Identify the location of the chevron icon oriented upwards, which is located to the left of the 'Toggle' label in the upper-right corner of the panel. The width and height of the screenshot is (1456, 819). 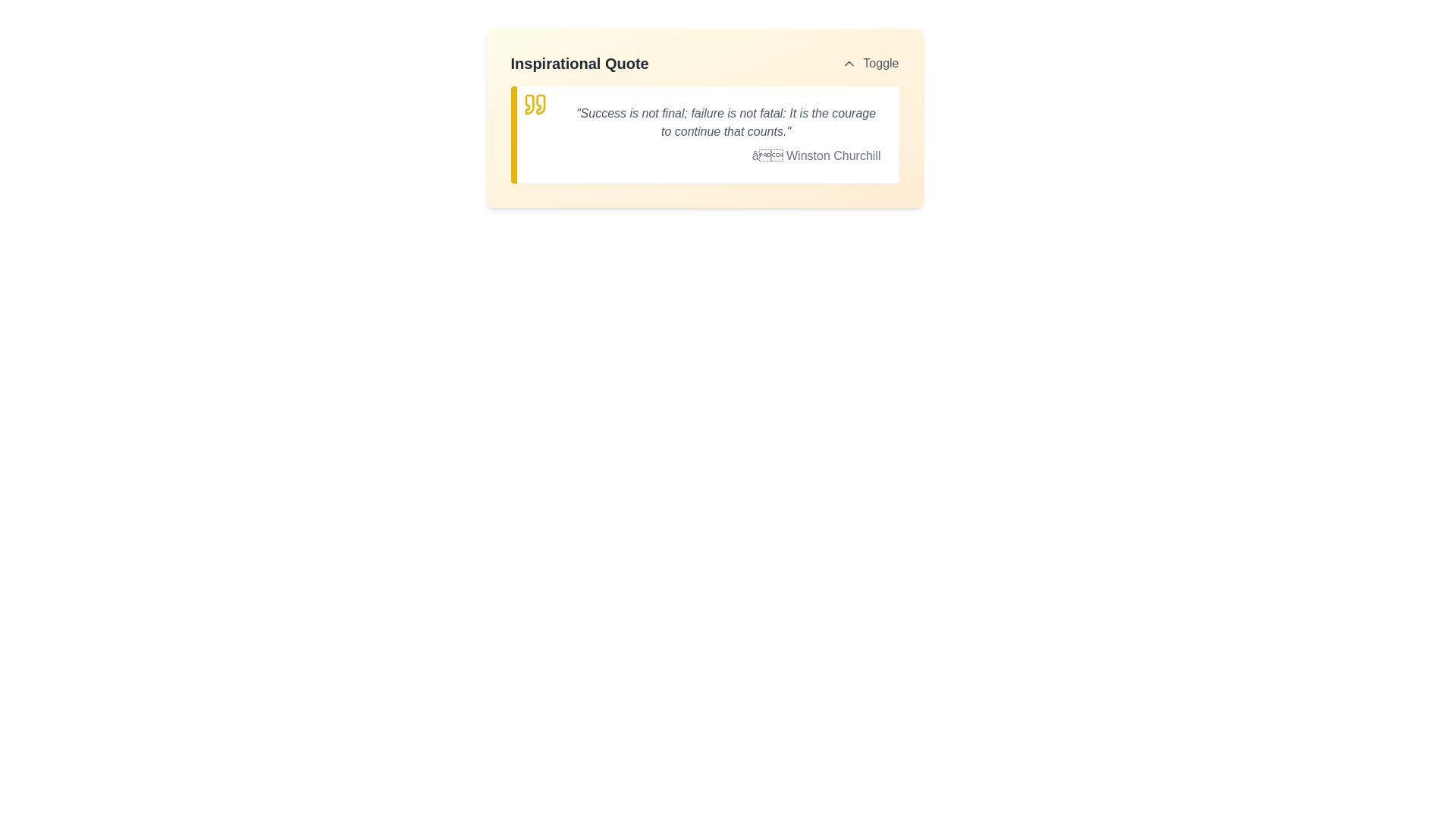
(849, 63).